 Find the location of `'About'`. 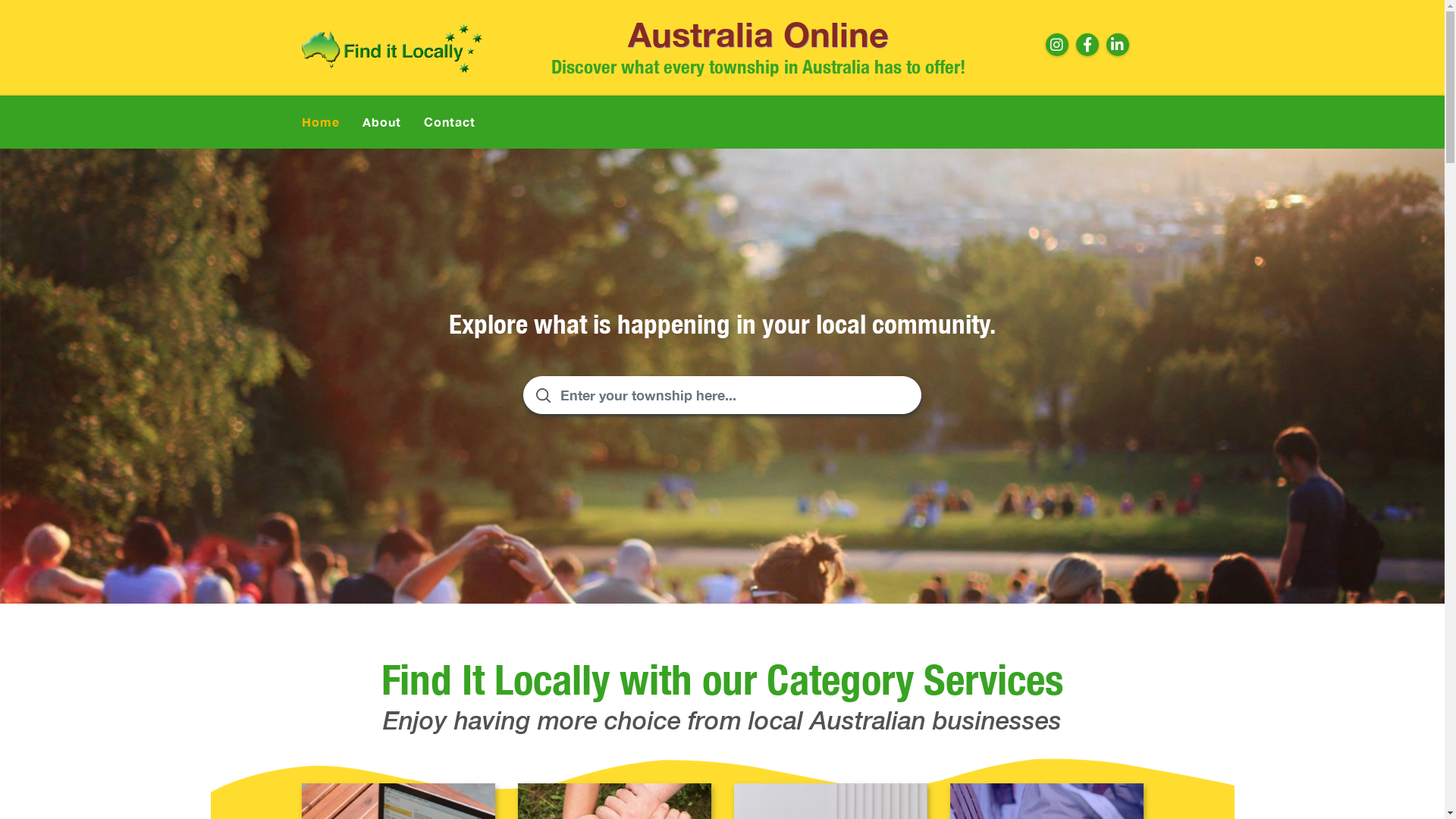

'About' is located at coordinates (381, 121).